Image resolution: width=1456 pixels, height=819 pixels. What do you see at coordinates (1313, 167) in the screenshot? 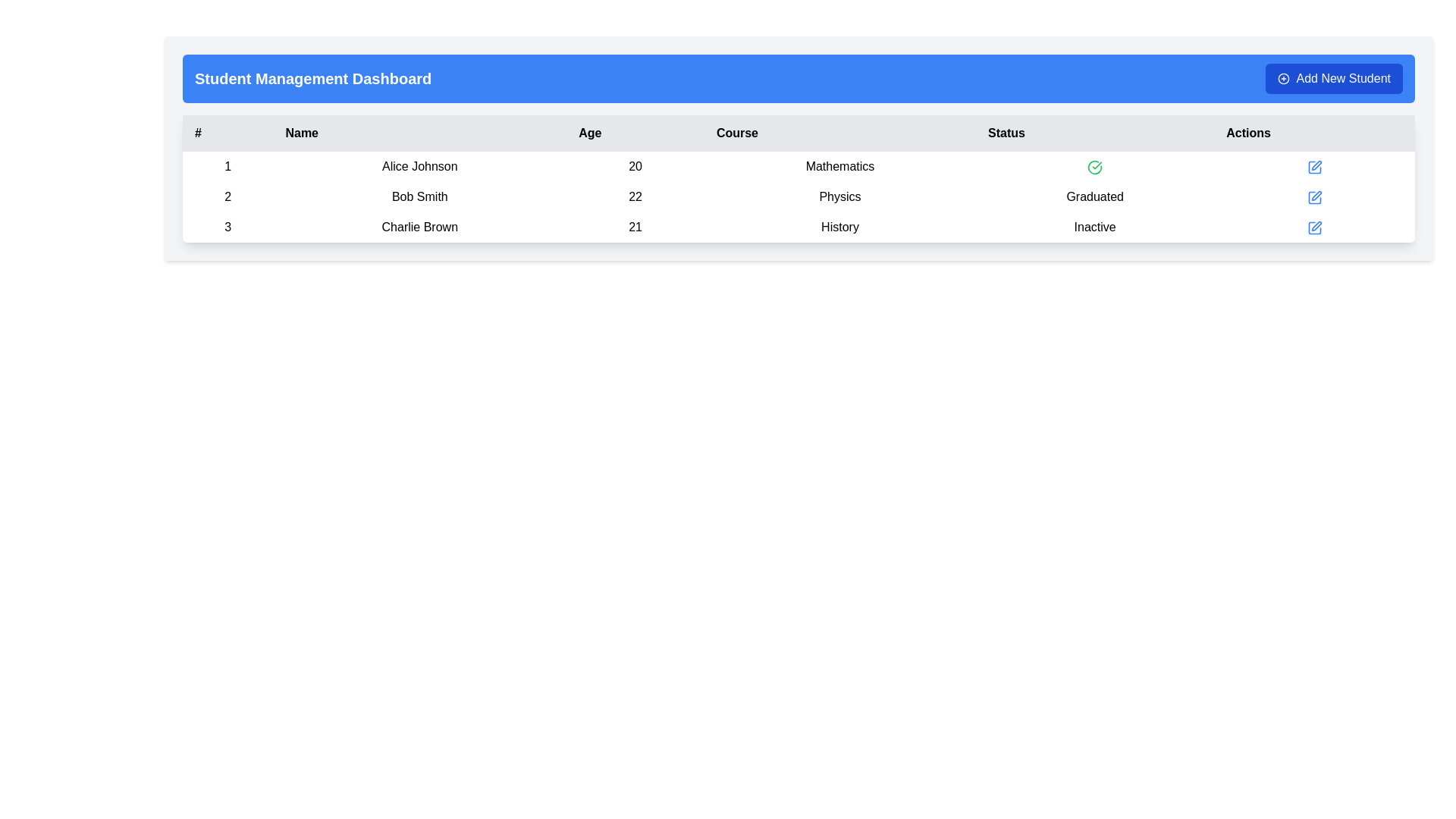
I see `the rectangular icon with a pen symbol in the 'Actions' column, which is the first row of data` at bounding box center [1313, 167].